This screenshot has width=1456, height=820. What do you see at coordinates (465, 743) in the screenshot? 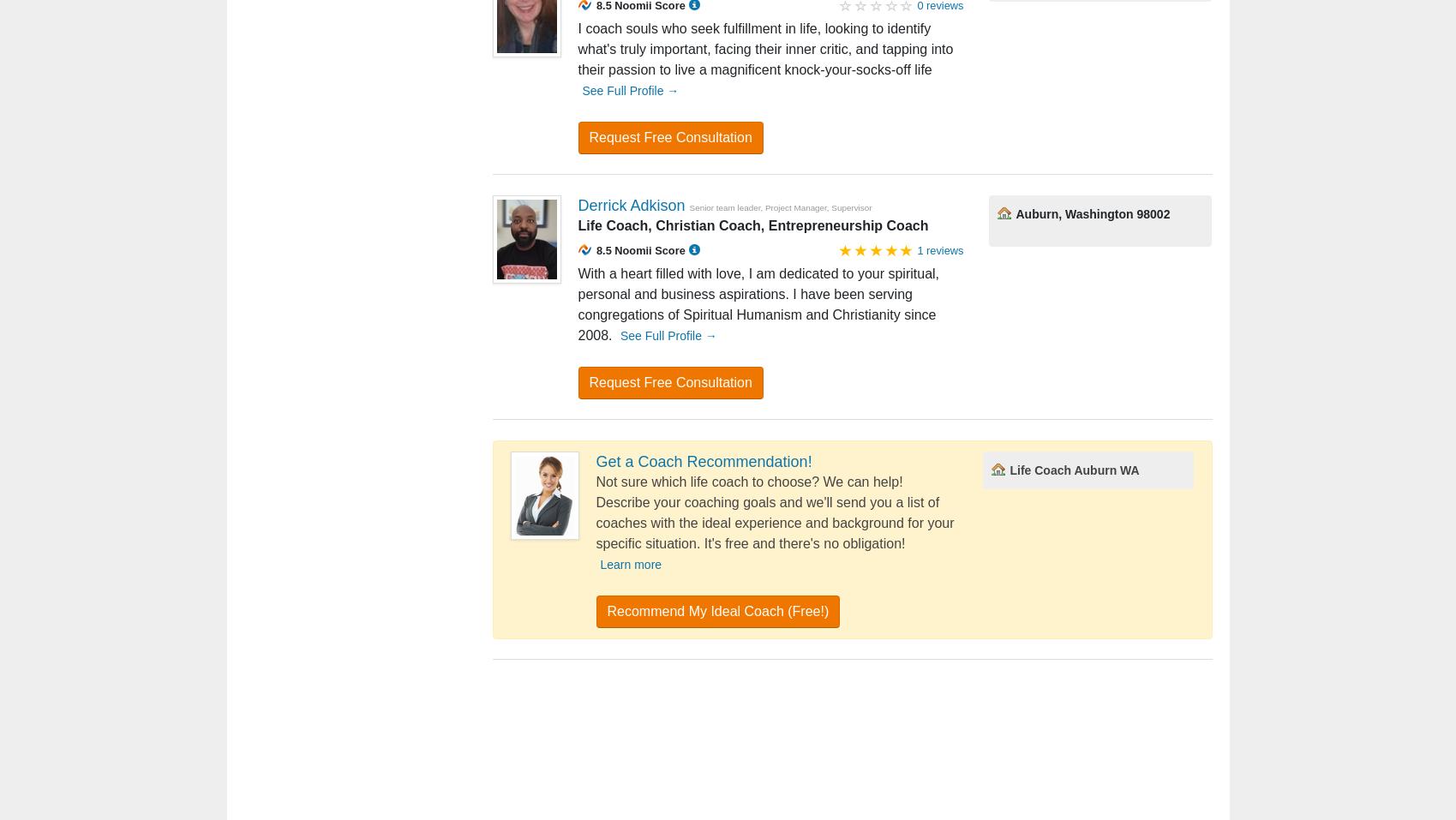
I see `'Relationship Coaching'` at bounding box center [465, 743].